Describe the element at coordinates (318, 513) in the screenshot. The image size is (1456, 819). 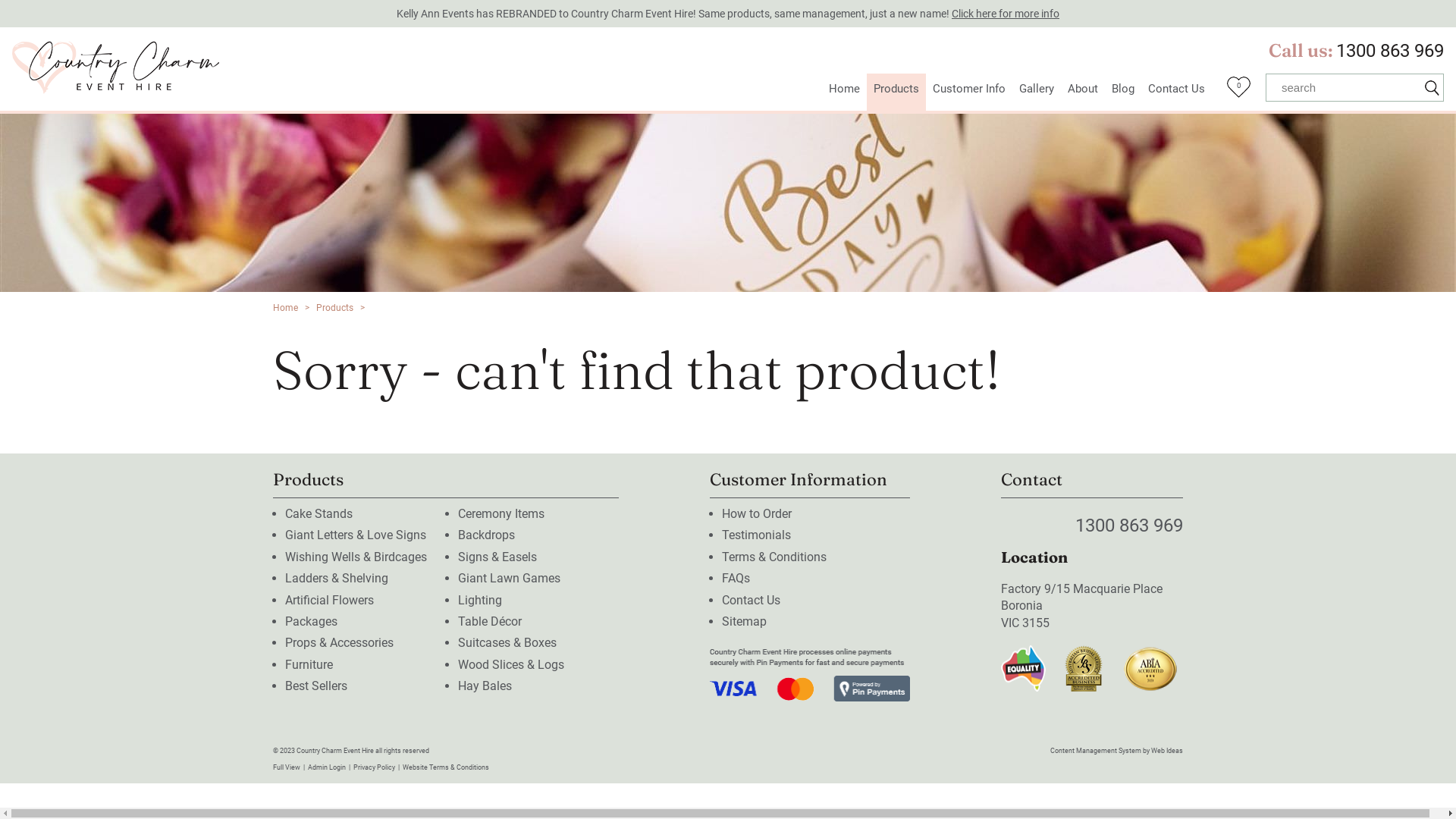
I see `'Cake Stands'` at that location.